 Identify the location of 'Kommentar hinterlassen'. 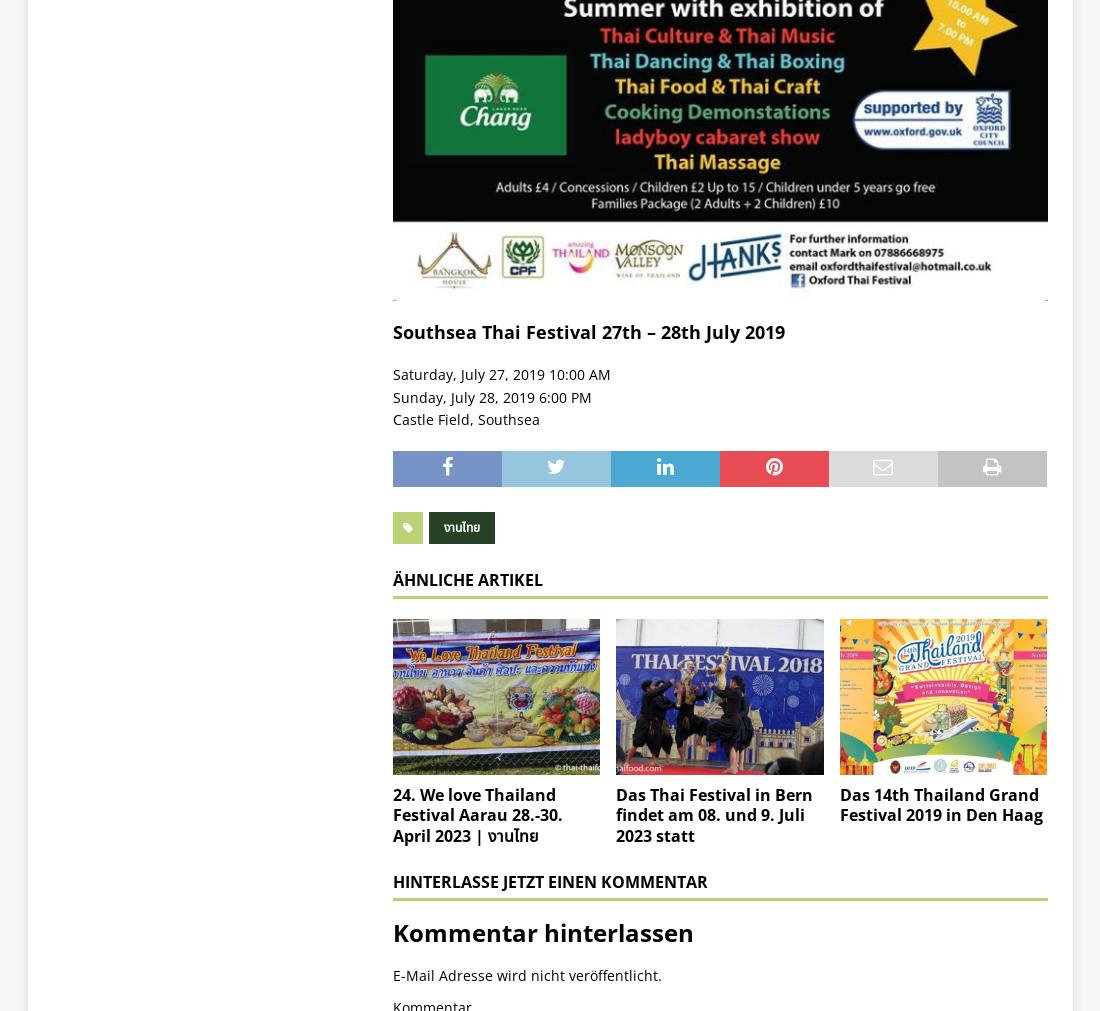
(542, 931).